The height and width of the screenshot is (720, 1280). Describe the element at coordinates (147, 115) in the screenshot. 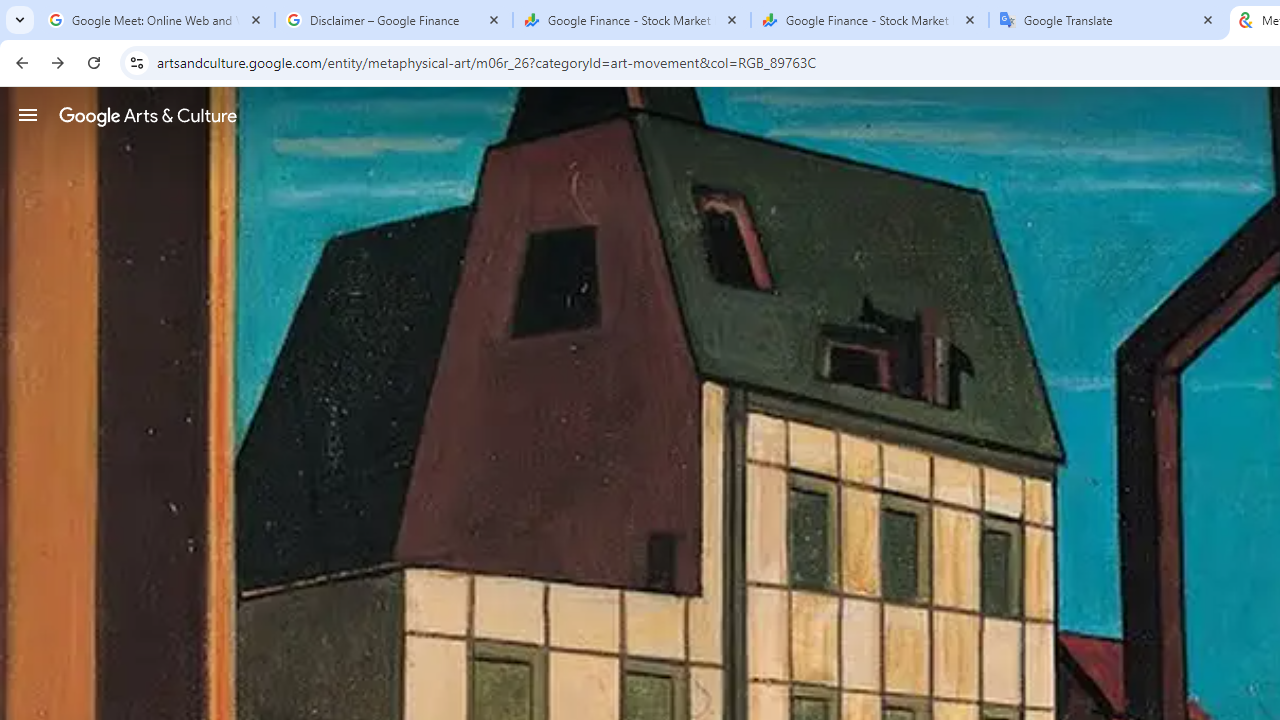

I see `'Google Arts & Culture'` at that location.